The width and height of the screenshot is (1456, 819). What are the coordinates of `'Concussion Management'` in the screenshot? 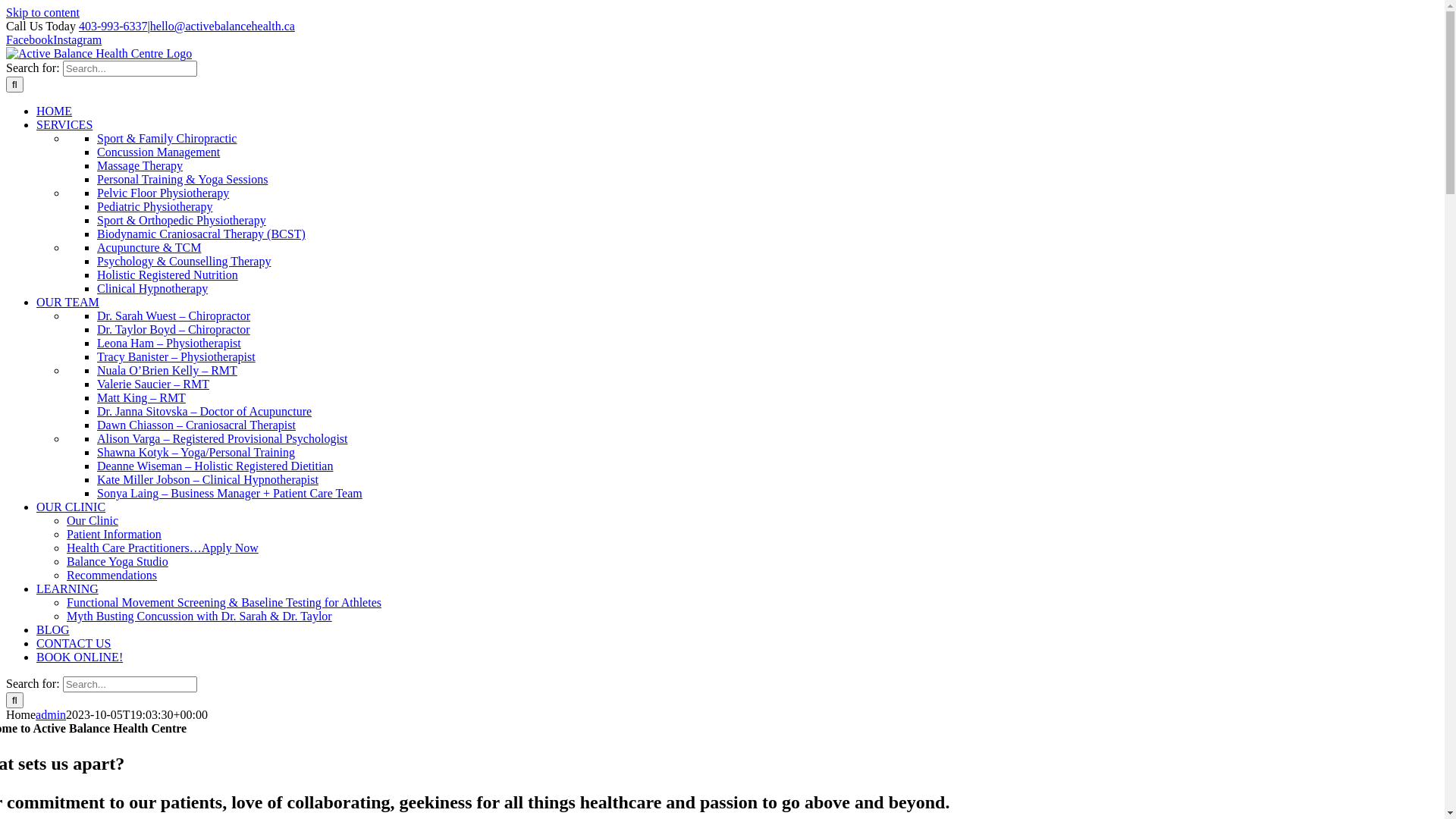 It's located at (158, 152).